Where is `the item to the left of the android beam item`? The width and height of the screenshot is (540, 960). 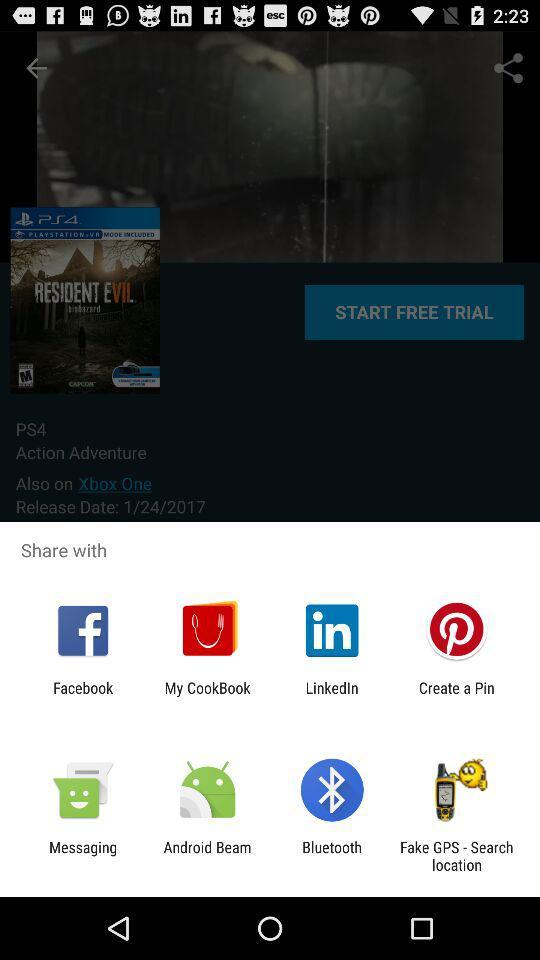 the item to the left of the android beam item is located at coordinates (82, 855).